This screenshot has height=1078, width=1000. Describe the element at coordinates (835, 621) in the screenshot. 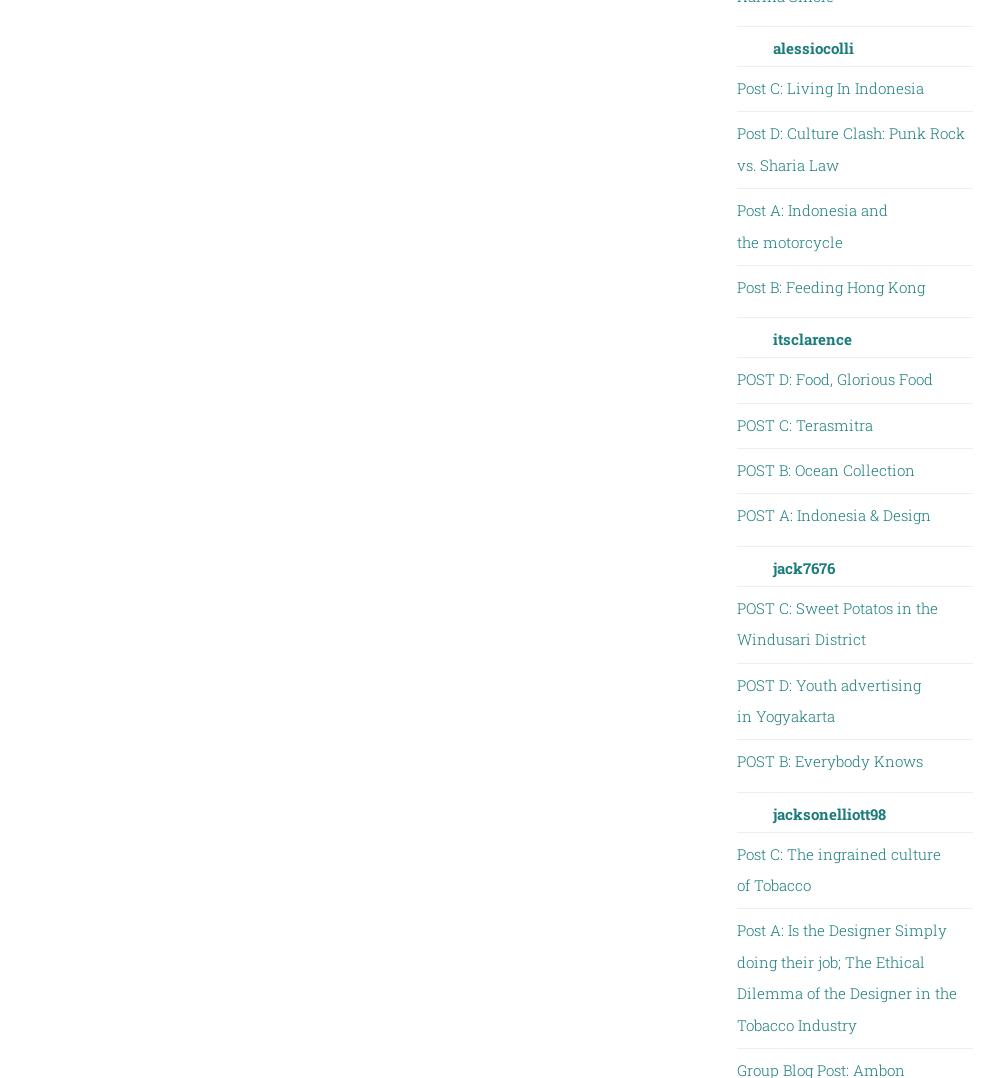

I see `'POST C: Sweet Potatos in the Windusari District'` at that location.